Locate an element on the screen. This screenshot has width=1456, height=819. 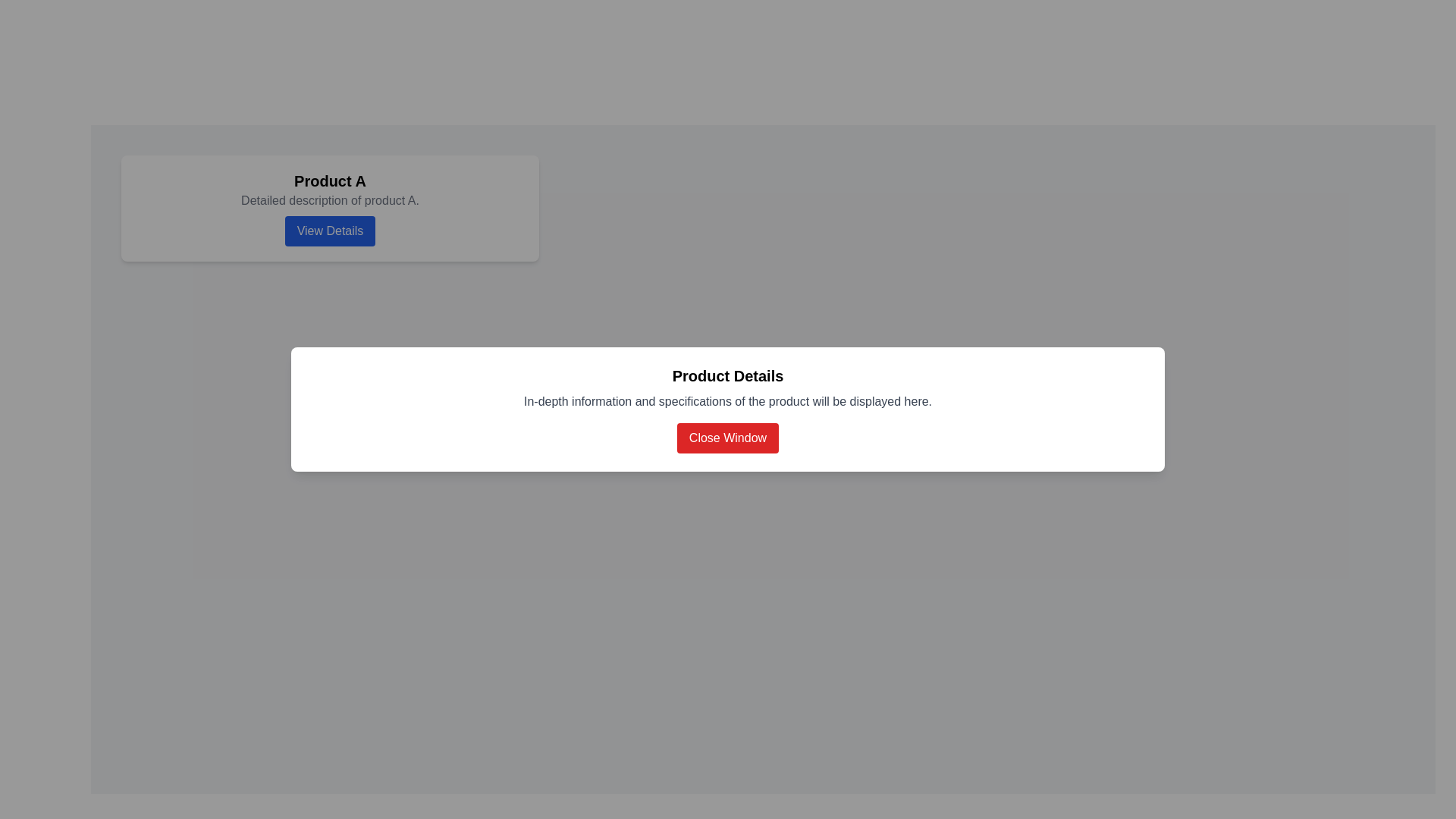
the close button located centrally in the white section below the text 'In-depth information and specifications of the product will be displayed here.' is located at coordinates (728, 438).